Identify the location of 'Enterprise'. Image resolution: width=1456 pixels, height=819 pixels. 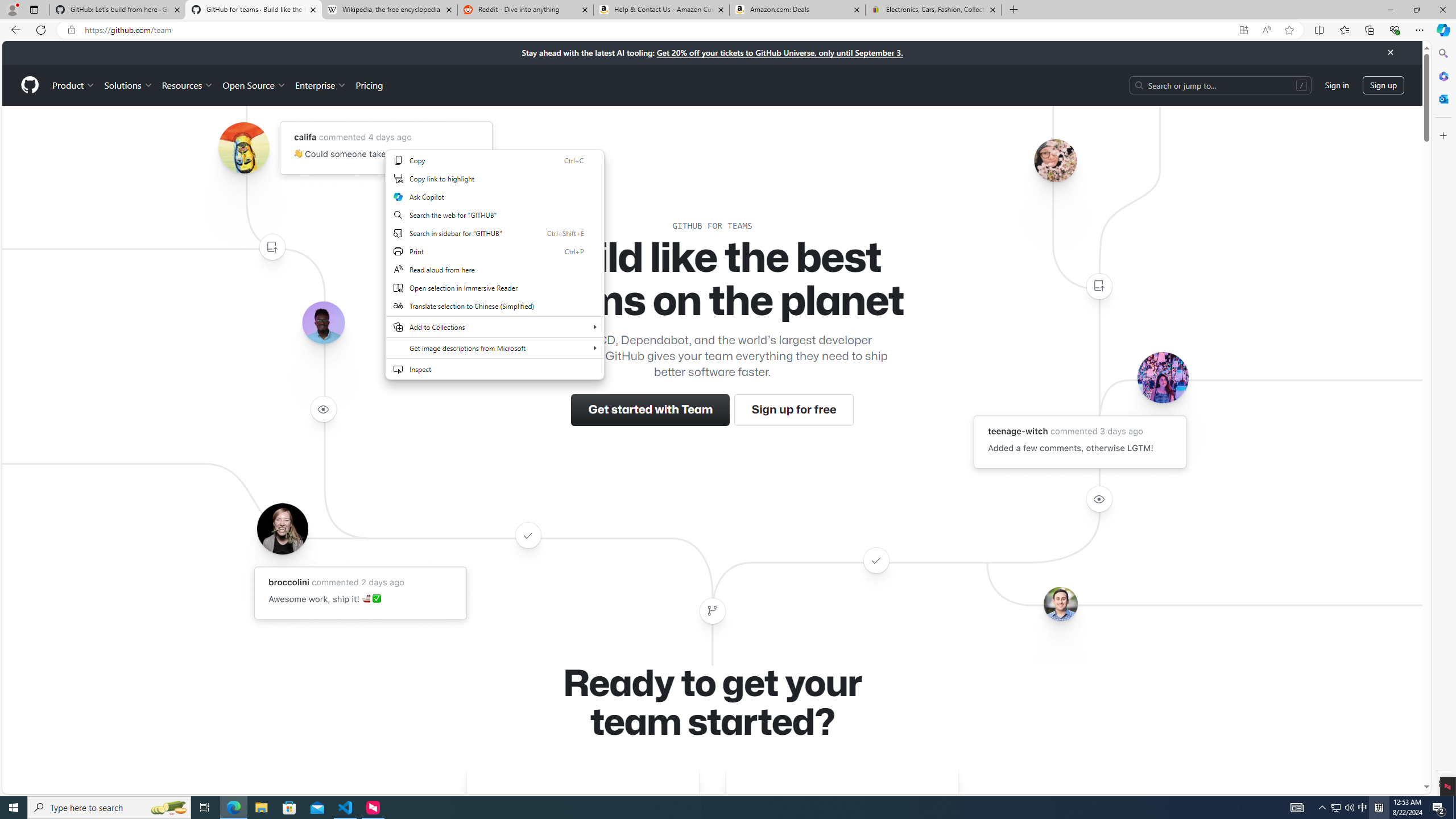
(320, 85).